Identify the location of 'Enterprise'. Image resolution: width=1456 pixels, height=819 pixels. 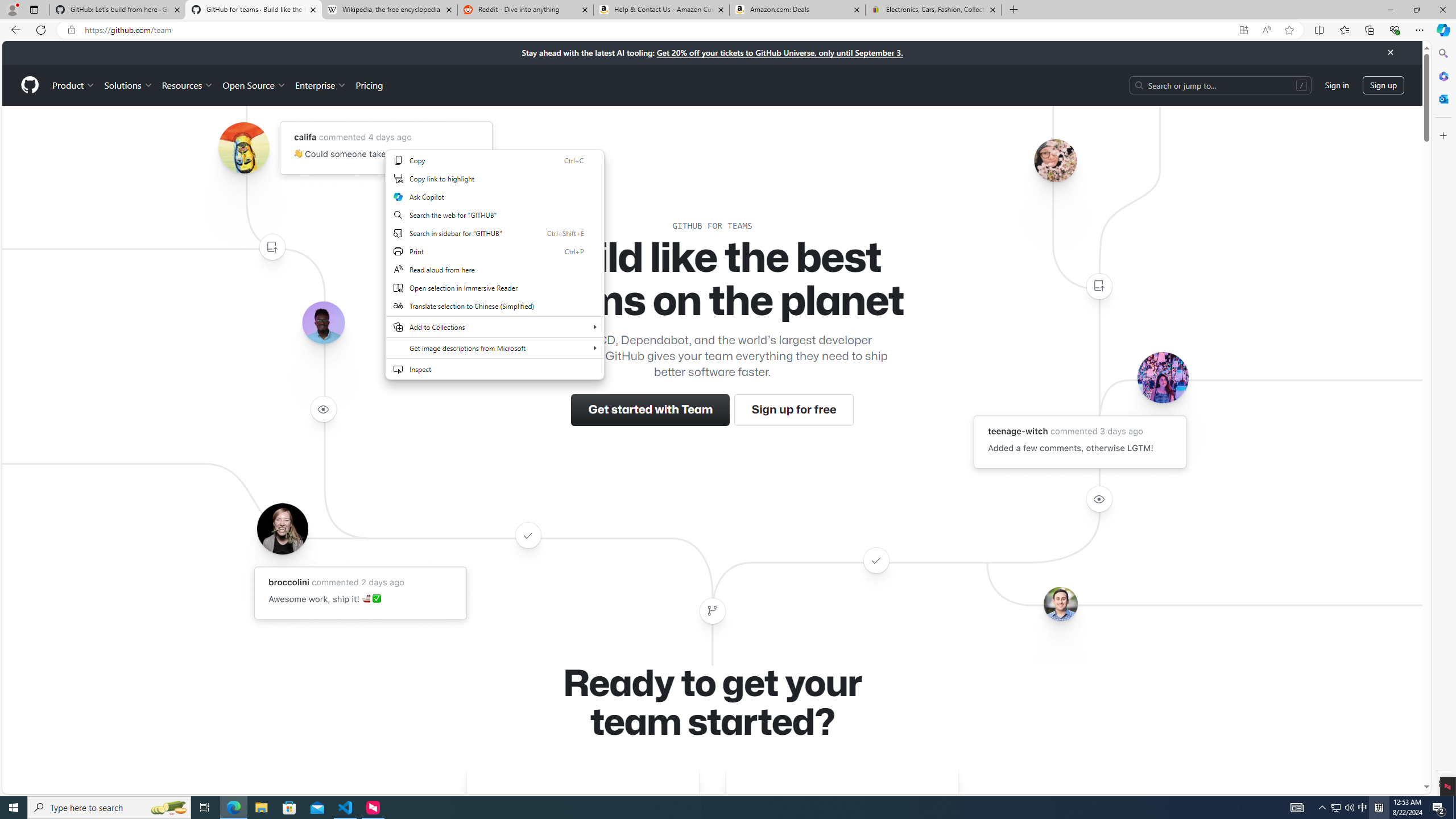
(320, 85).